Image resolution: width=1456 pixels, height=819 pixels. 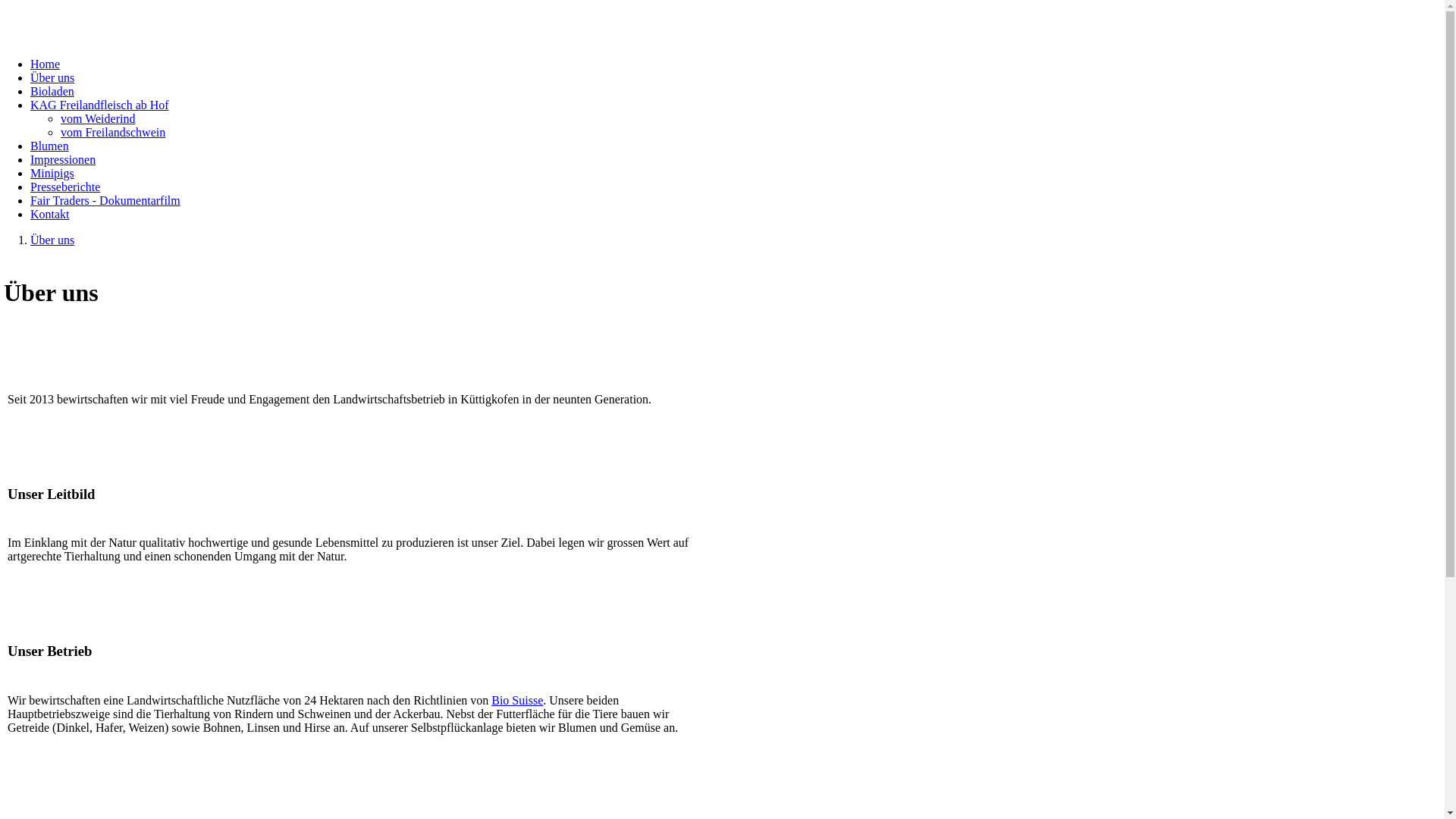 What do you see at coordinates (99, 104) in the screenshot?
I see `'KAG Freilandfleisch ab Hof'` at bounding box center [99, 104].